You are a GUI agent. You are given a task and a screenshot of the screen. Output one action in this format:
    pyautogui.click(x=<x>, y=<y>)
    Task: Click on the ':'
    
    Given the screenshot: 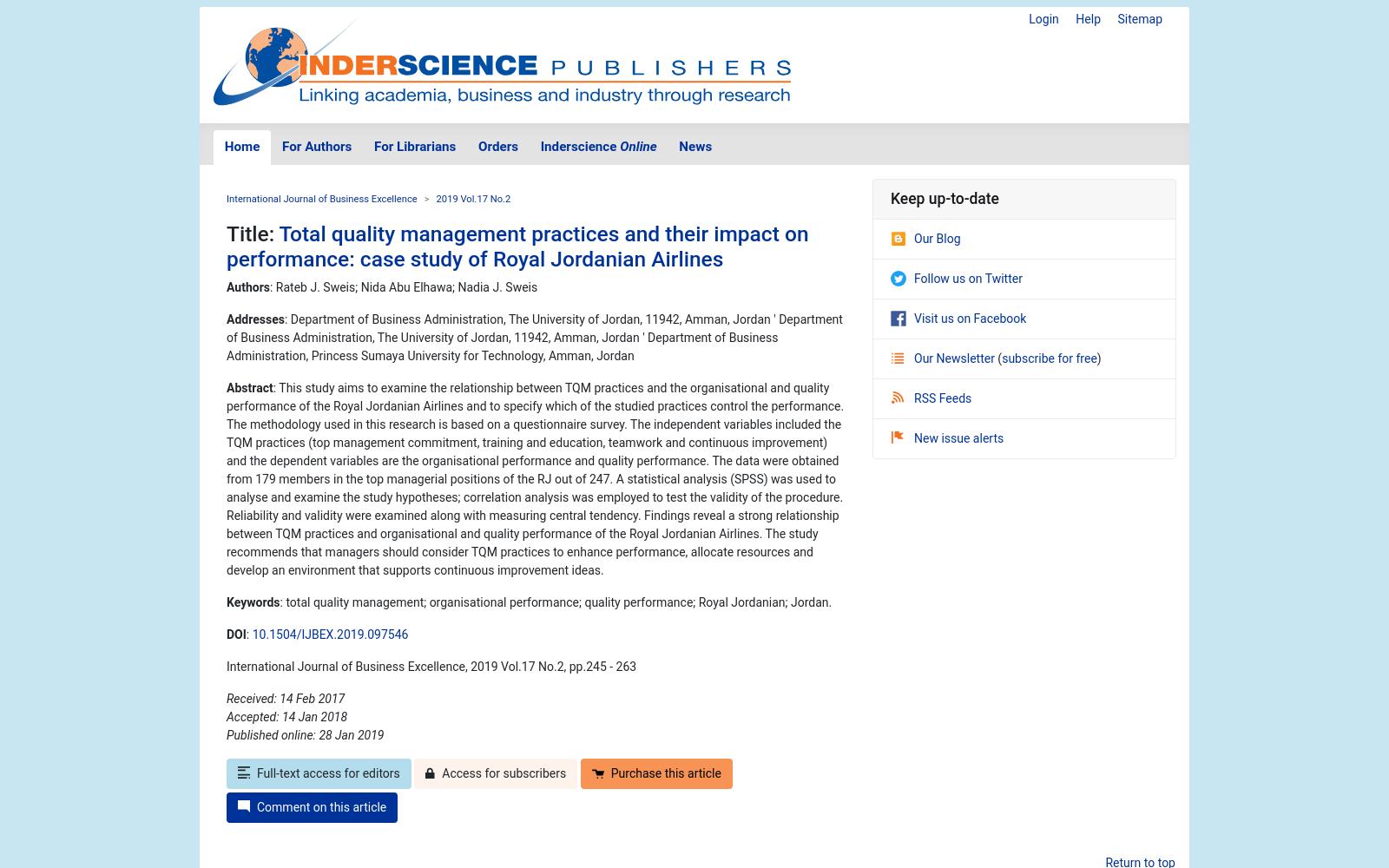 What is the action you would take?
    pyautogui.click(x=248, y=634)
    